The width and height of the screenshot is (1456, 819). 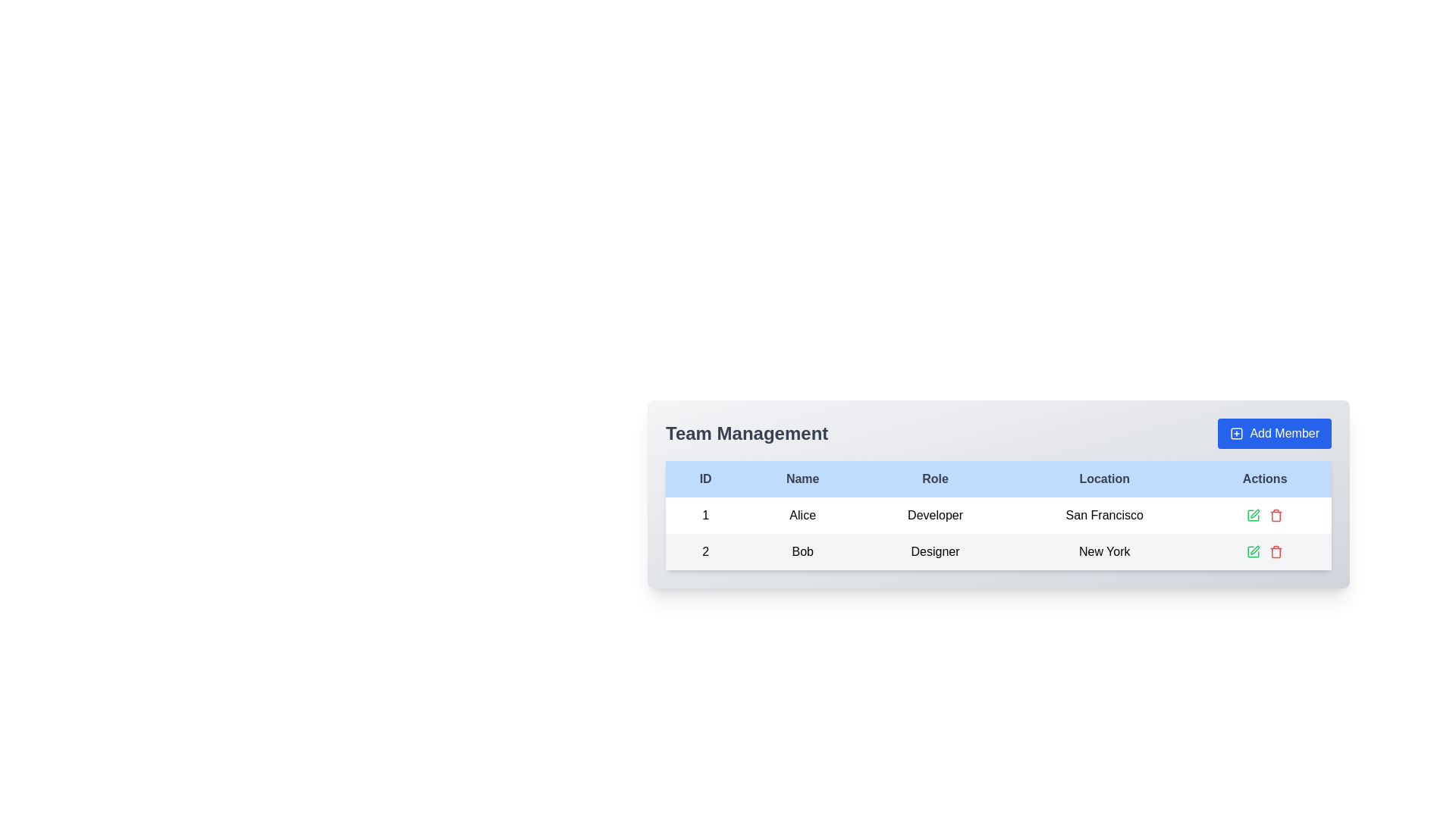 What do you see at coordinates (802, 552) in the screenshot?
I see `the text label displaying 'Bob', which is located in the second row under the 'Name' column of the table` at bounding box center [802, 552].